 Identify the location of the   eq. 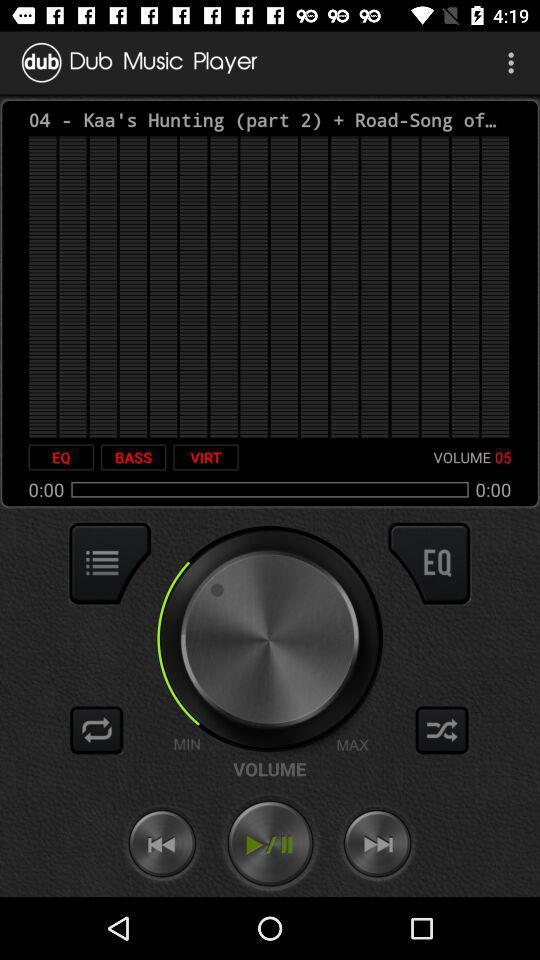
(61, 457).